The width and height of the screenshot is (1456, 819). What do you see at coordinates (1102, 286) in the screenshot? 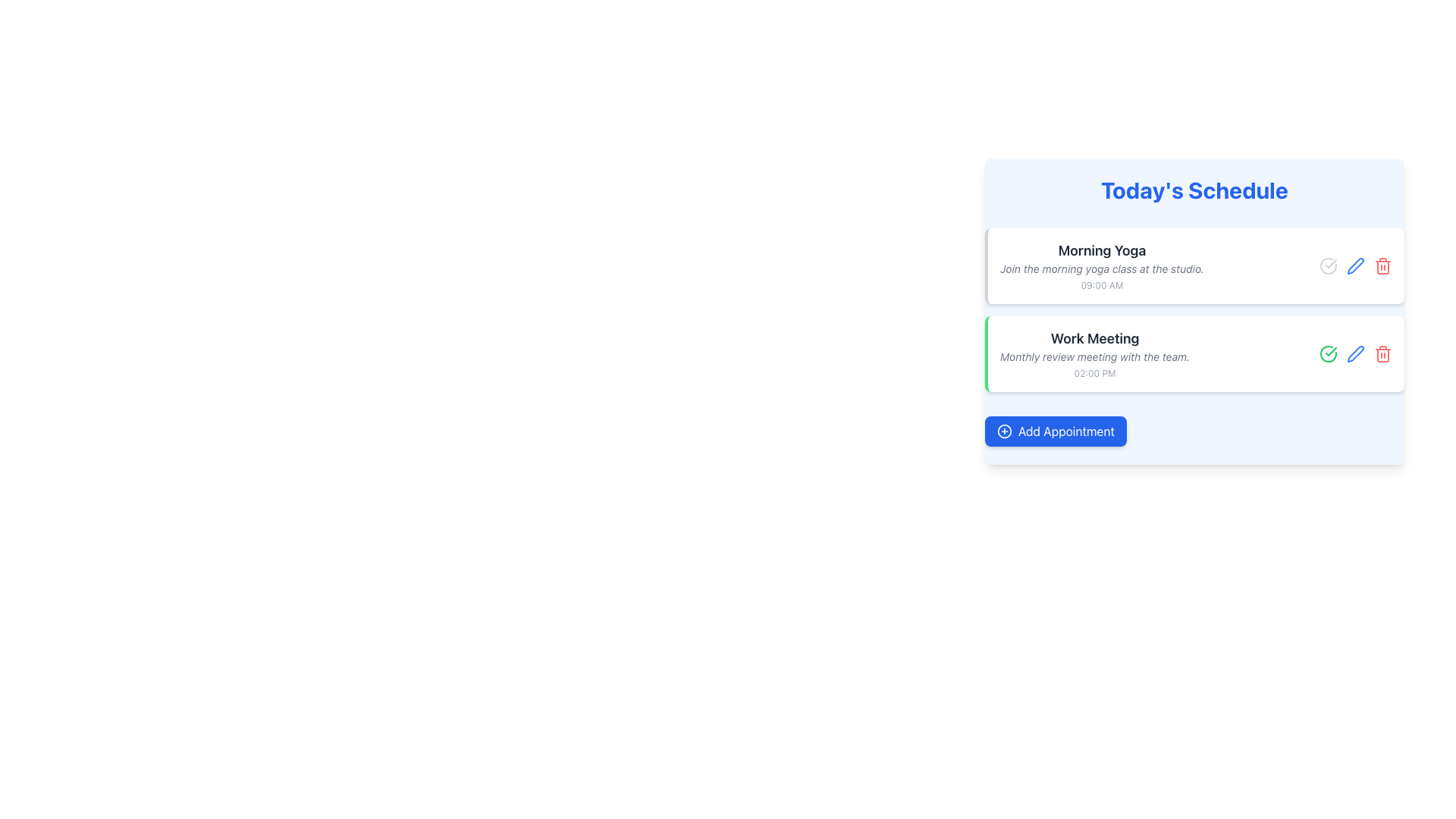
I see `the text label displaying the scheduled time for the 'Morning Yoga' activity, located at the bottom of the 'Morning Yoga' card` at bounding box center [1102, 286].